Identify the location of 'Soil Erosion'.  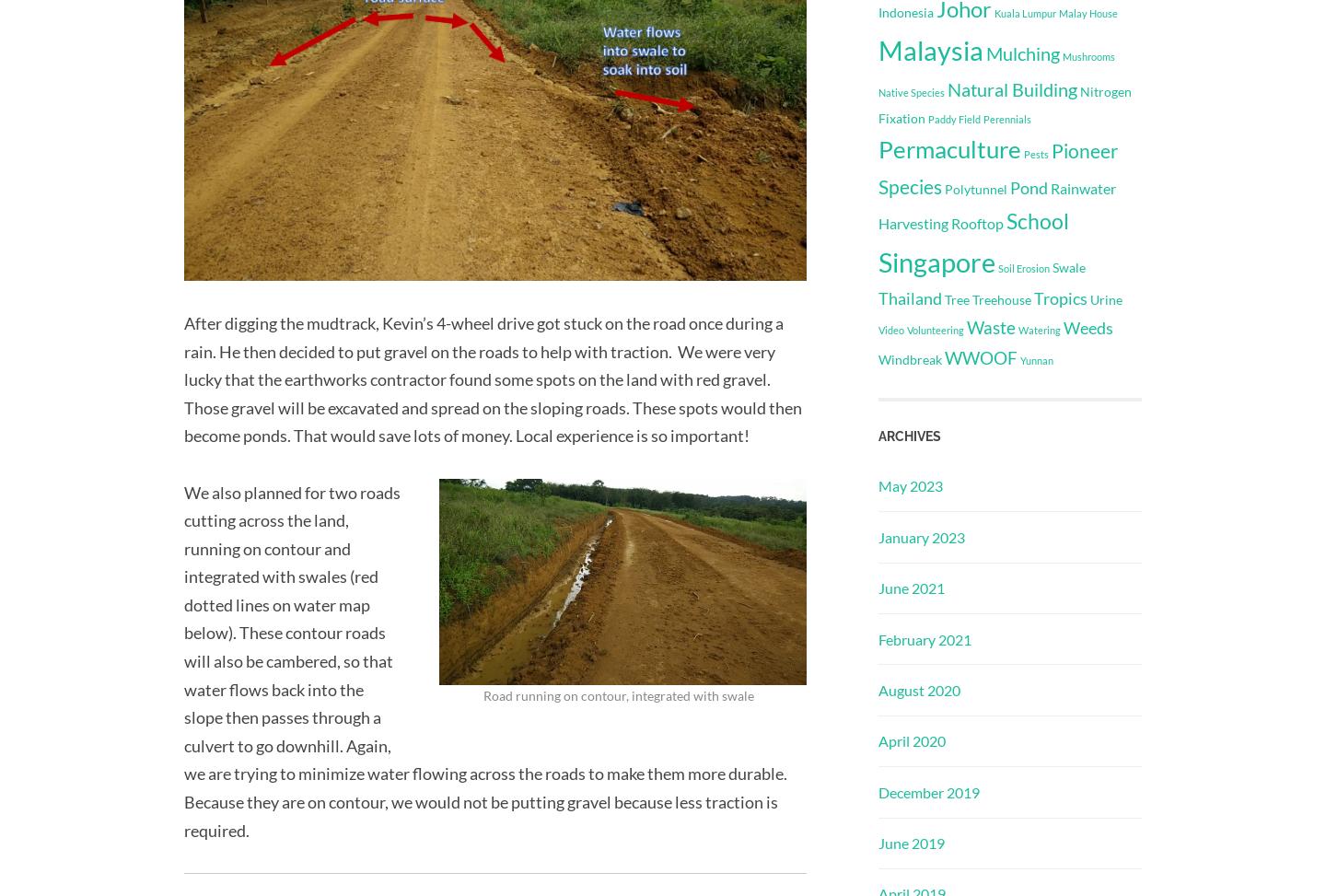
(1022, 268).